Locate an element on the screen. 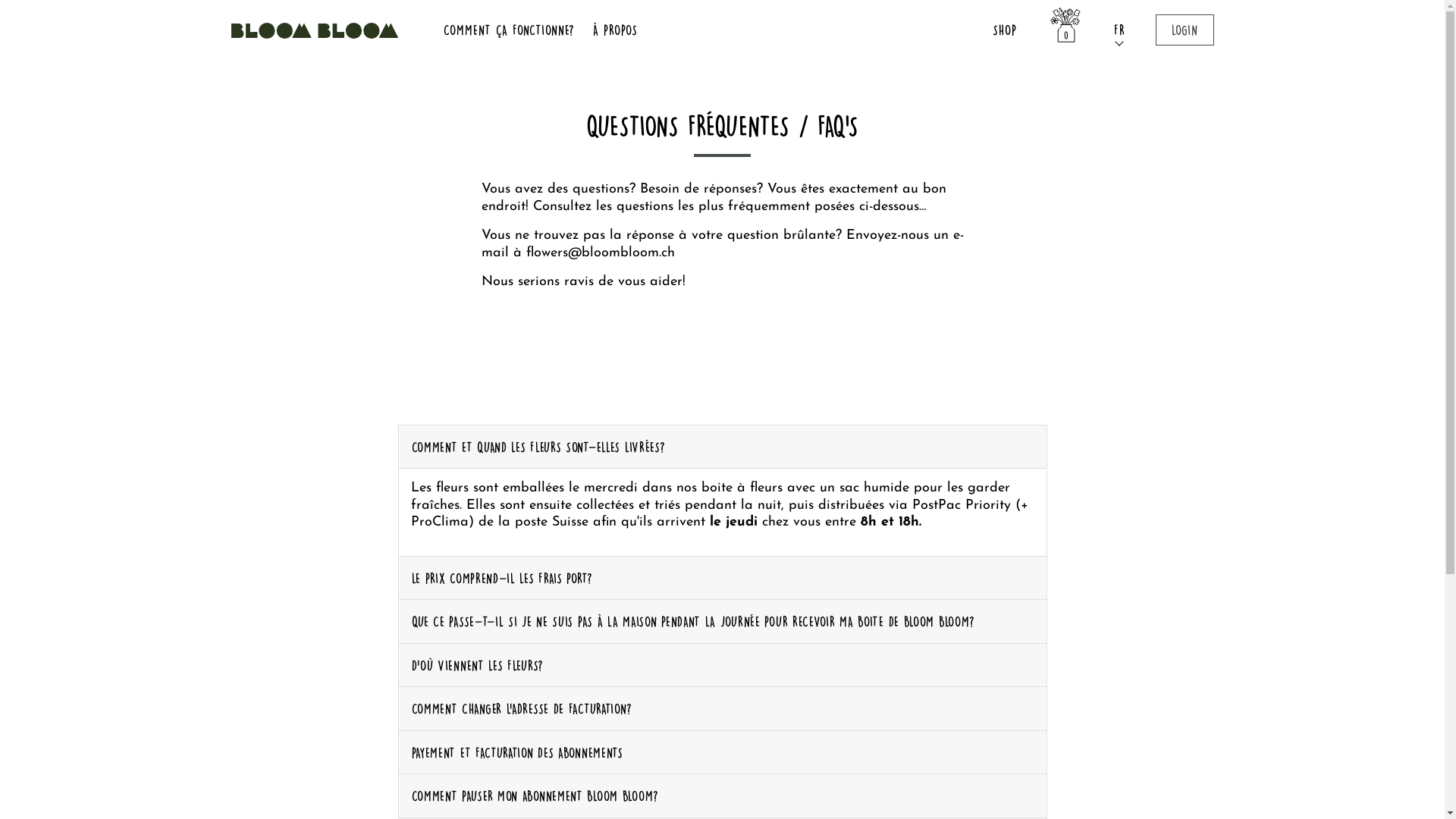 This screenshot has height=819, width=1456. 'SHOP' is located at coordinates (986, 30).